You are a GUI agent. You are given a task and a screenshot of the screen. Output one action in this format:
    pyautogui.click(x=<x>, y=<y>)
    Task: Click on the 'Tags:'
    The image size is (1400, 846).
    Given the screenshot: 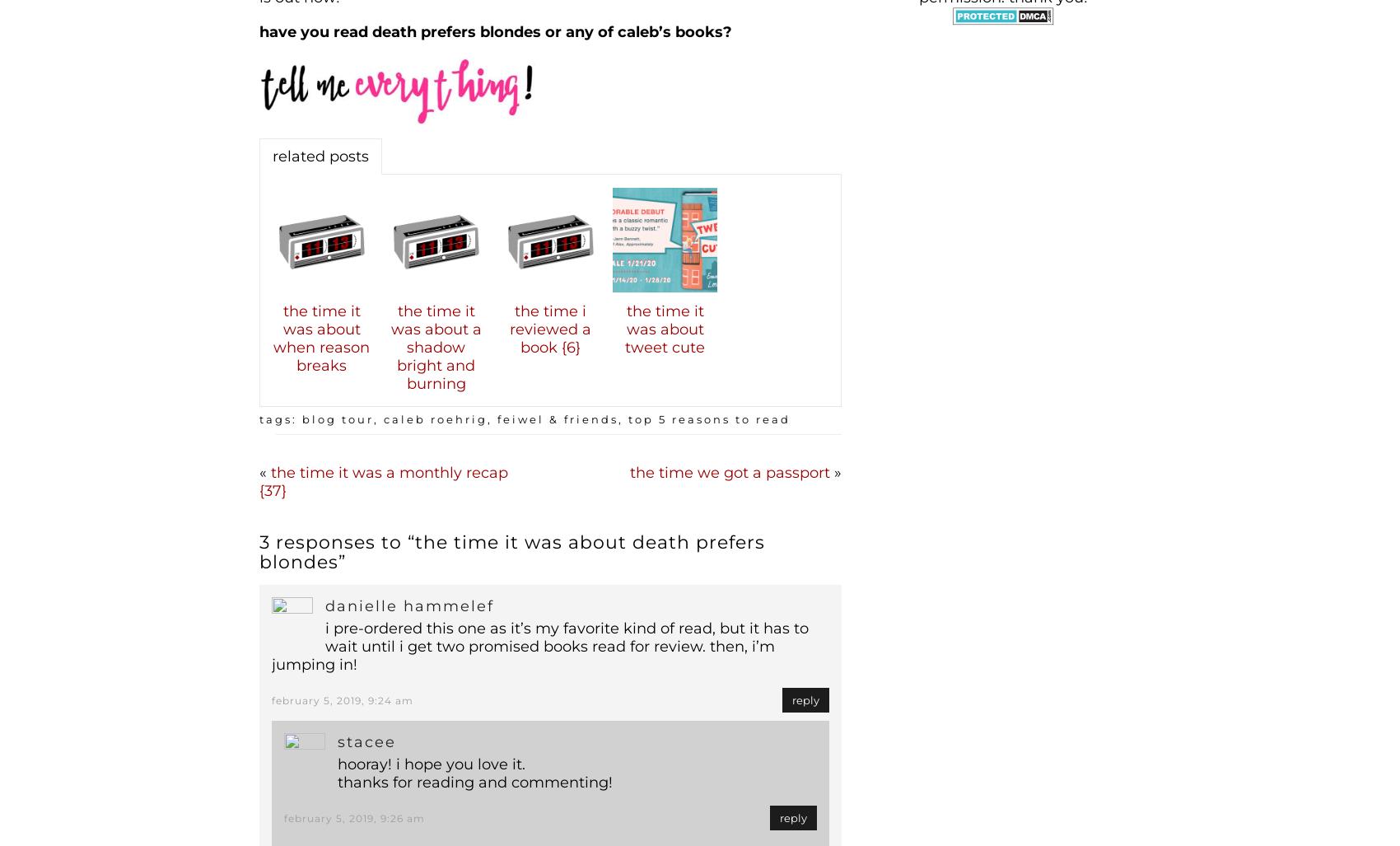 What is the action you would take?
    pyautogui.click(x=259, y=418)
    